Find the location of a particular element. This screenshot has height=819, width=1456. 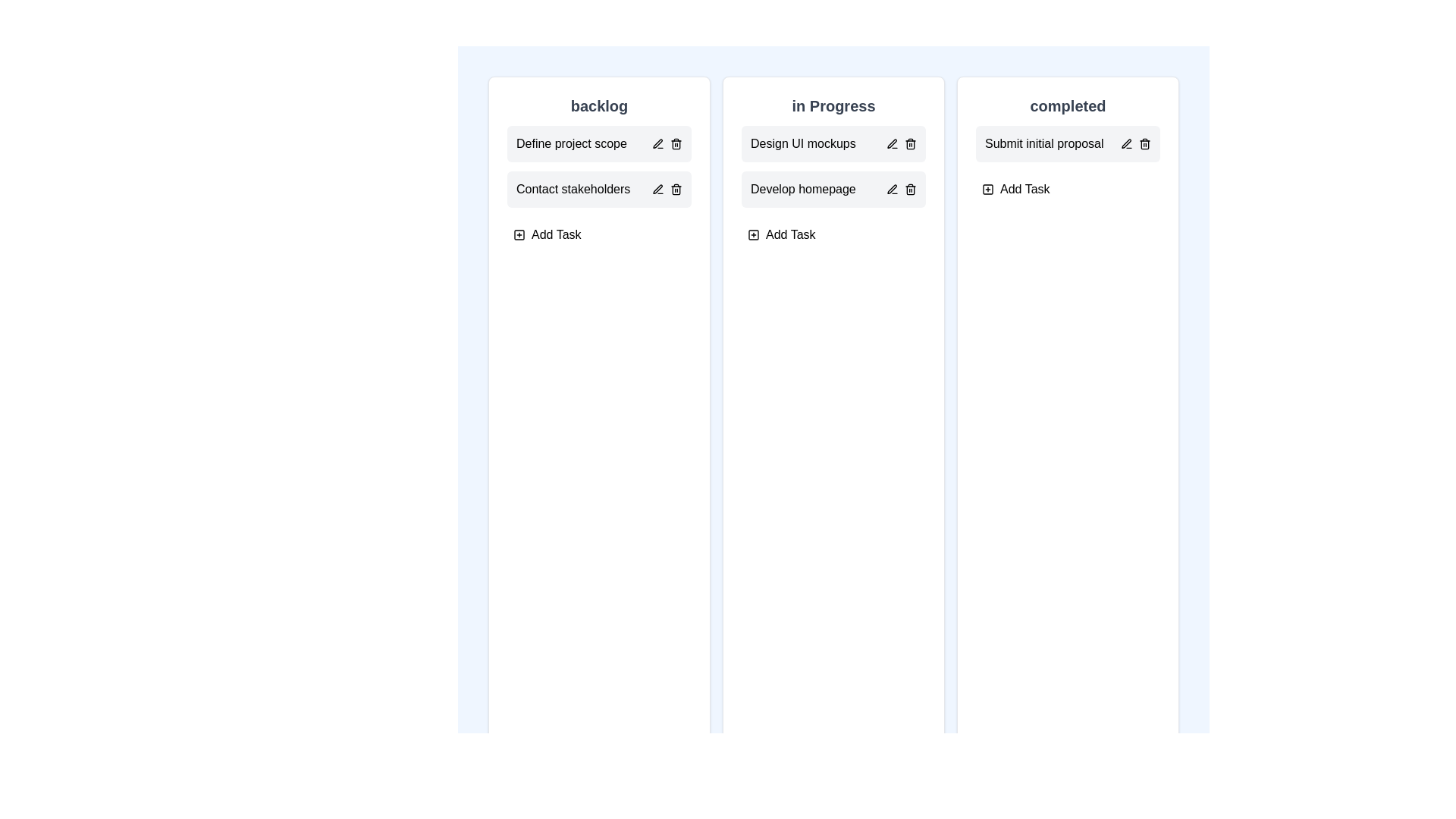

the edit icon of the task 'Design UI mockups' in the 'in Progress' column is located at coordinates (892, 143).